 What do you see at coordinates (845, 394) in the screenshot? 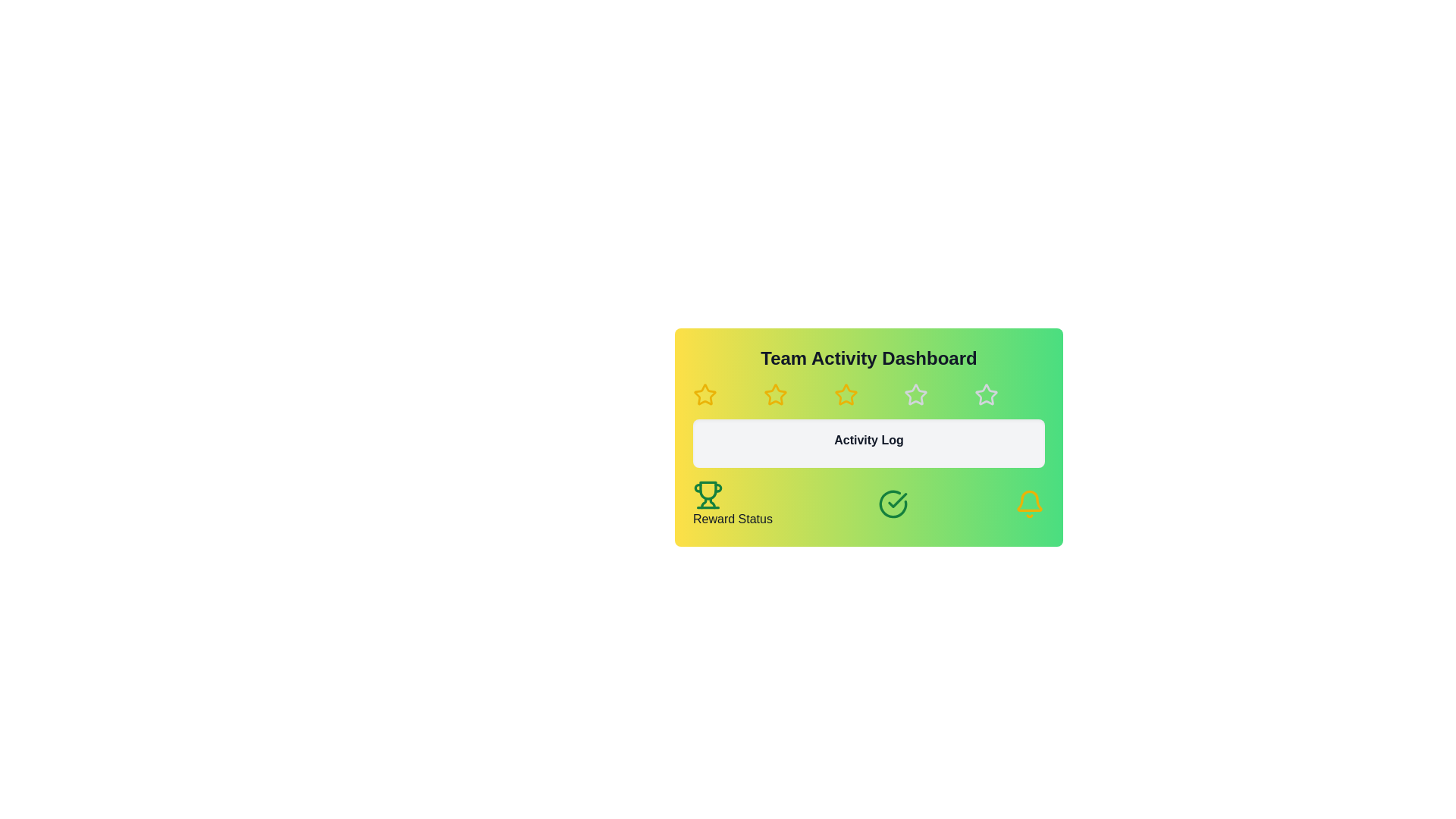
I see `the third star icon from the left in the horizontal row of five stars located beneath the 'Team Activity Dashboard' title` at bounding box center [845, 394].